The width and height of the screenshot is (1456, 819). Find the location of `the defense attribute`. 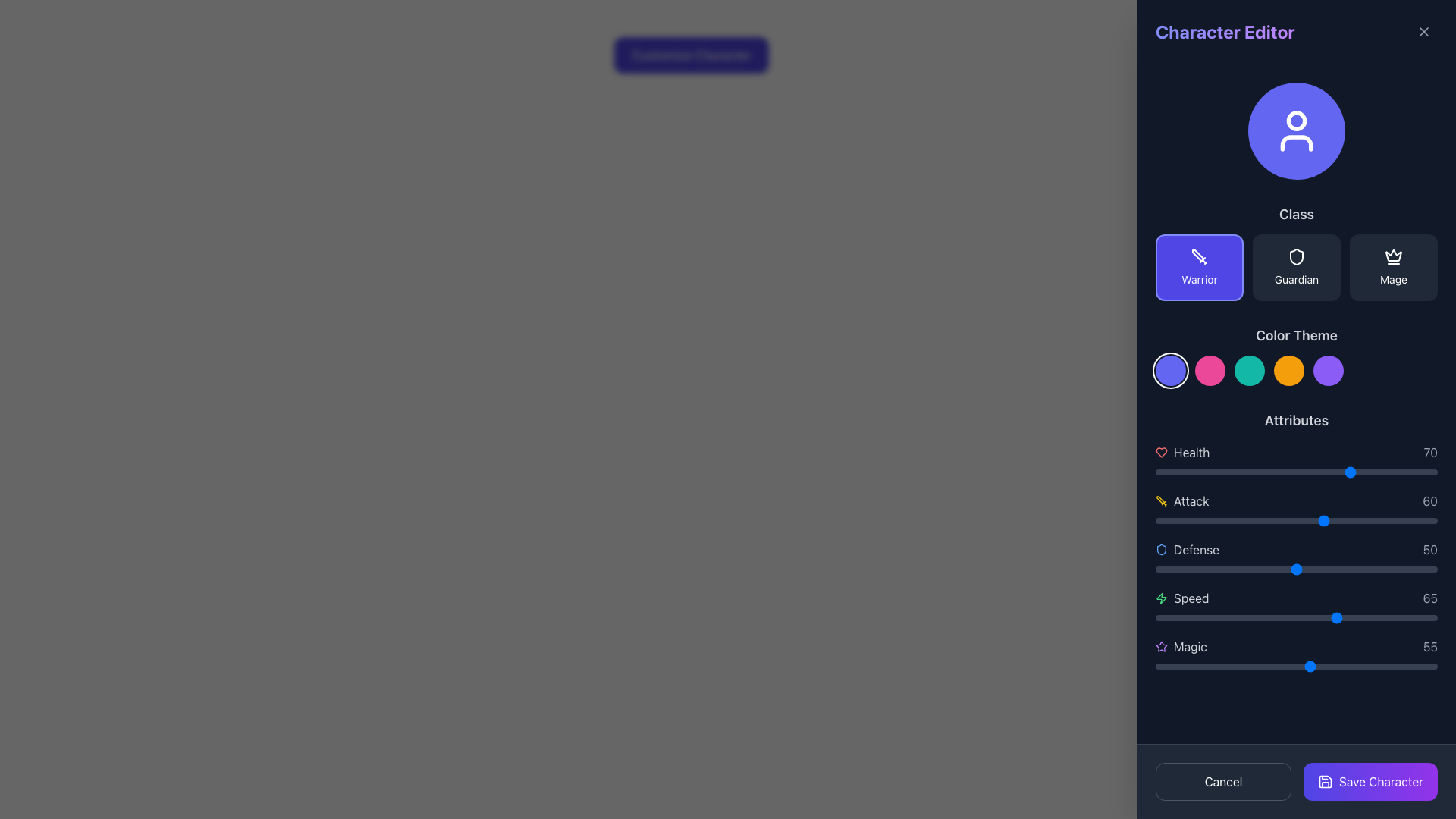

the defense attribute is located at coordinates (1414, 570).